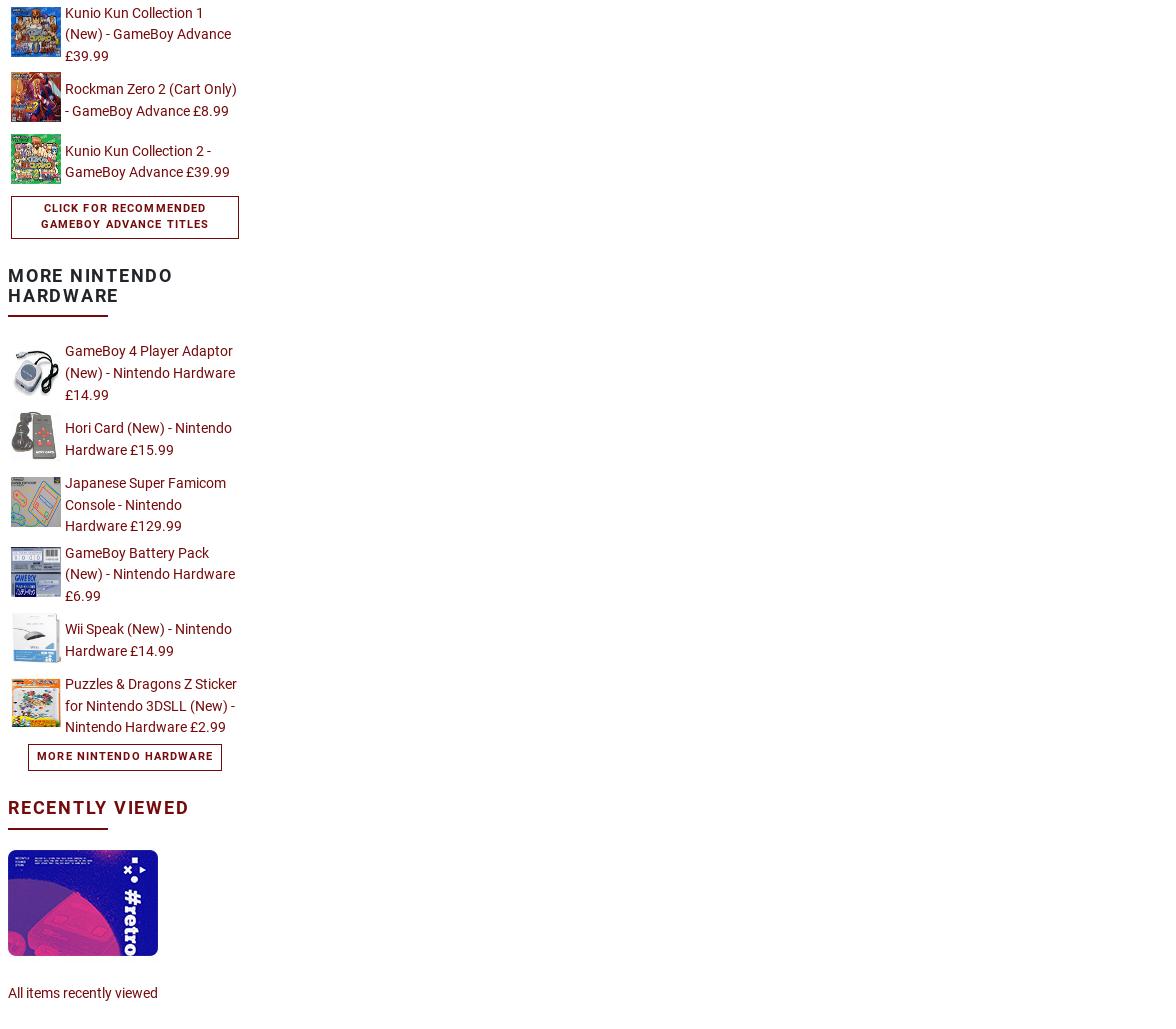  I want to click on 'Japanese Super Famicom Console - Nintendo Hardware £129.99', so click(65, 504).